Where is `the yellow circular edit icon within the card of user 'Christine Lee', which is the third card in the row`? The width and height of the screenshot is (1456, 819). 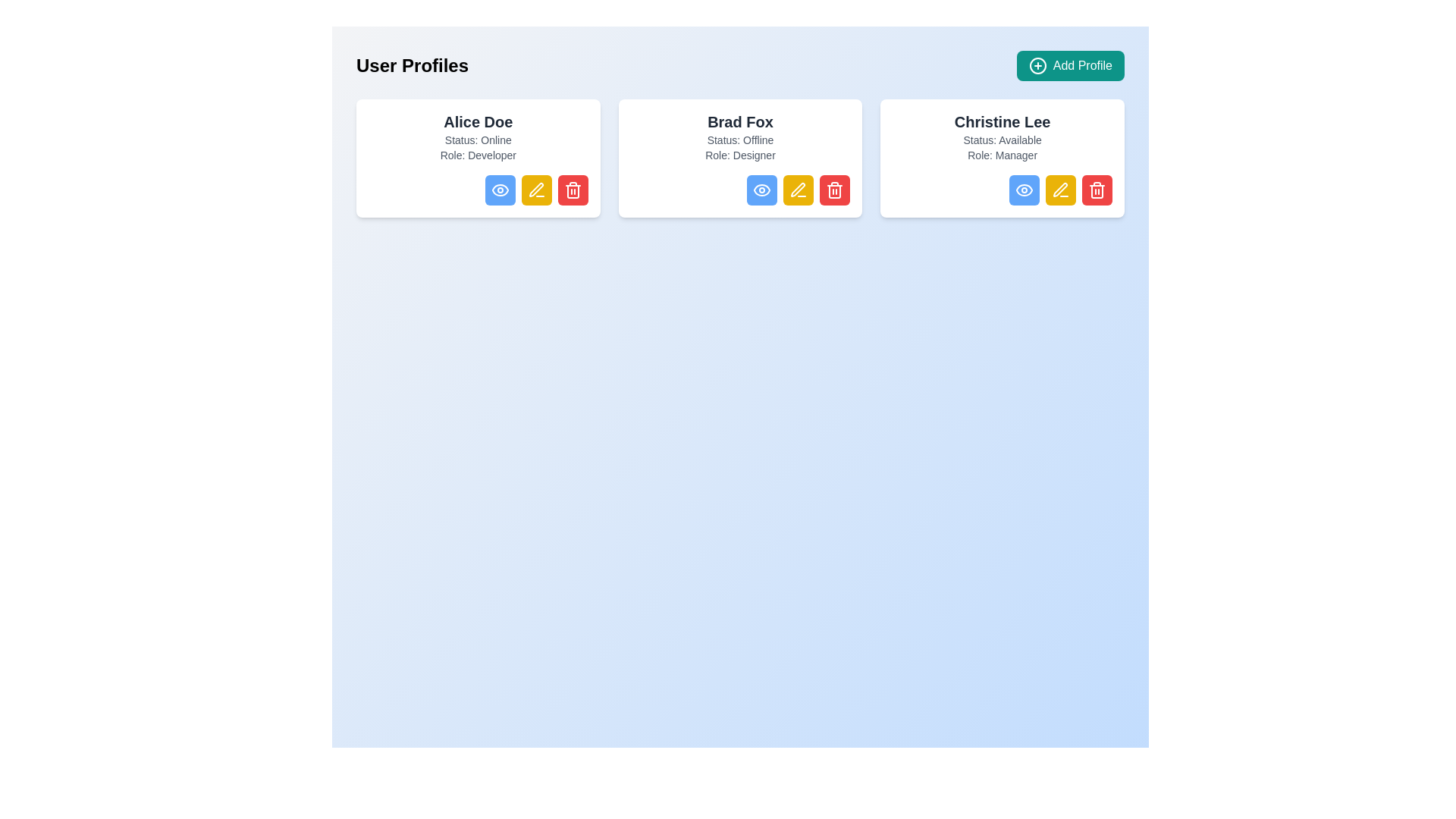
the yellow circular edit icon within the card of user 'Christine Lee', which is the third card in the row is located at coordinates (1059, 189).